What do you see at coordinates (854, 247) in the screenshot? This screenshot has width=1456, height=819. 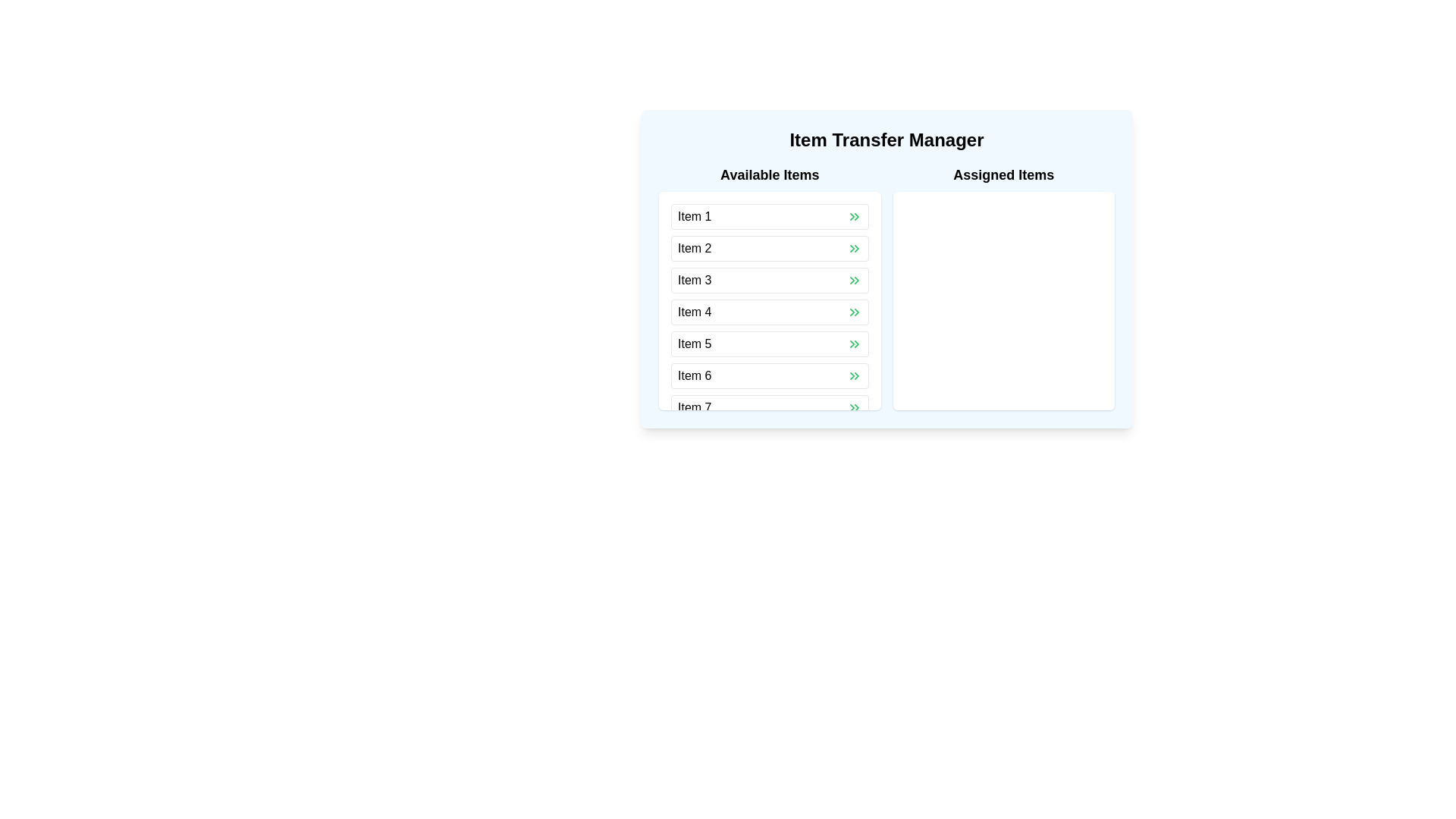 I see `the interactive green double-chevron right arrow icon beside 'Item 2' in the 'Available Items' section of the 'Item Transfer Manager' interface to transfer the item` at bounding box center [854, 247].